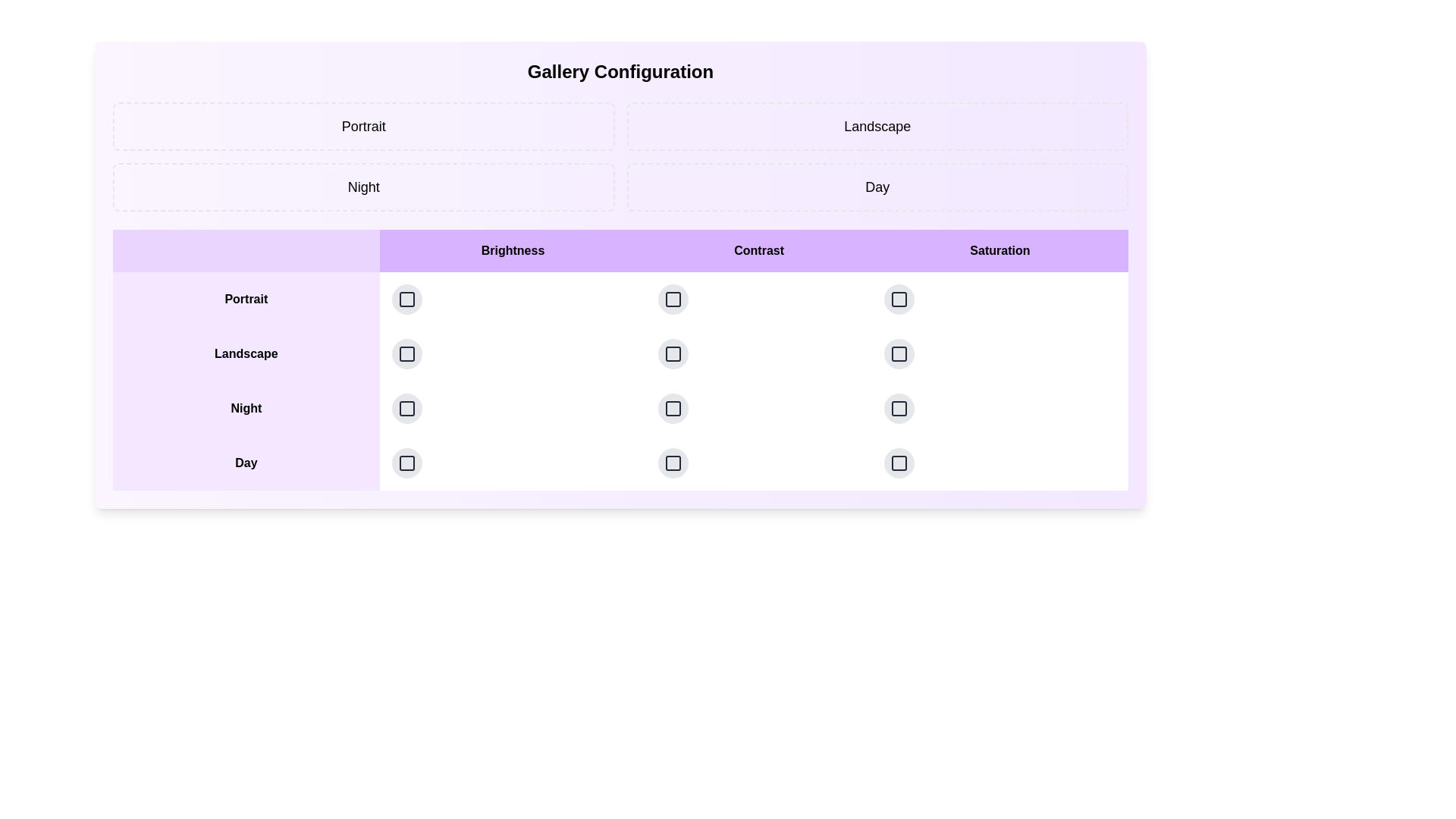 Image resolution: width=1456 pixels, height=819 pixels. Describe the element at coordinates (673, 299) in the screenshot. I see `the Checkbox in the first row under the 'Contrast' column` at that location.